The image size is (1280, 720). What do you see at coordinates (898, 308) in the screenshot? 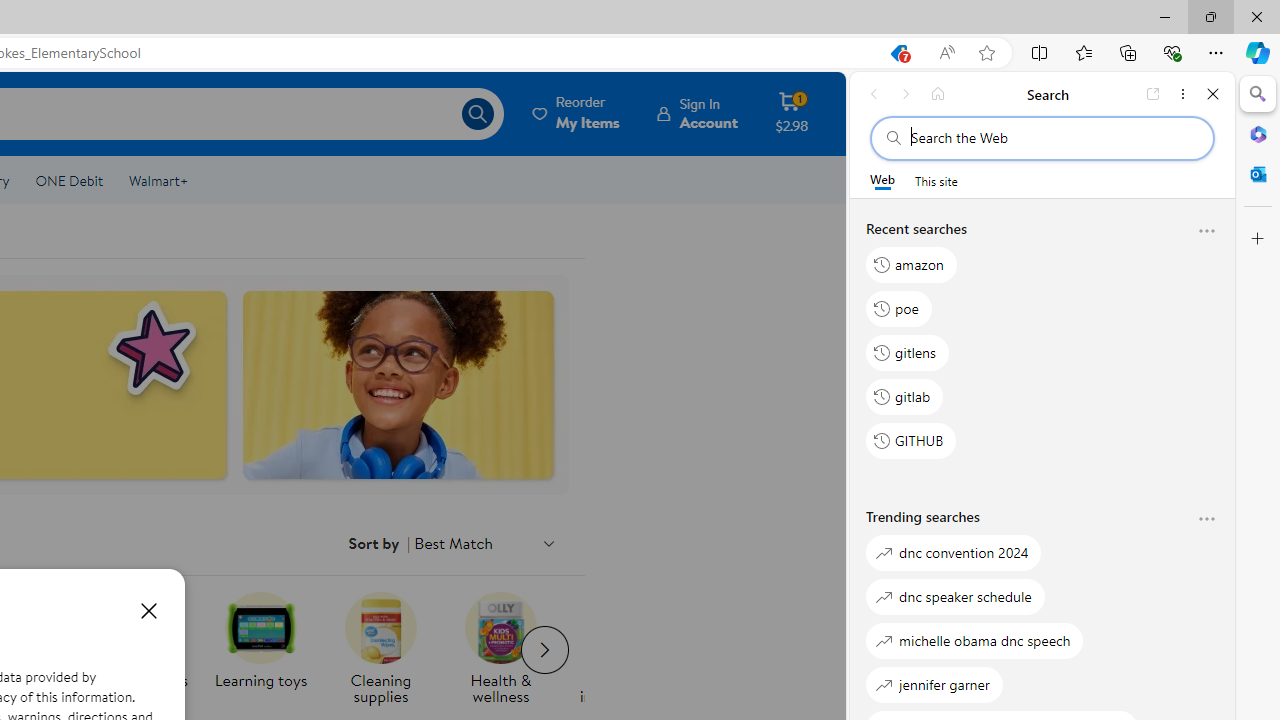
I see `'poe'` at bounding box center [898, 308].